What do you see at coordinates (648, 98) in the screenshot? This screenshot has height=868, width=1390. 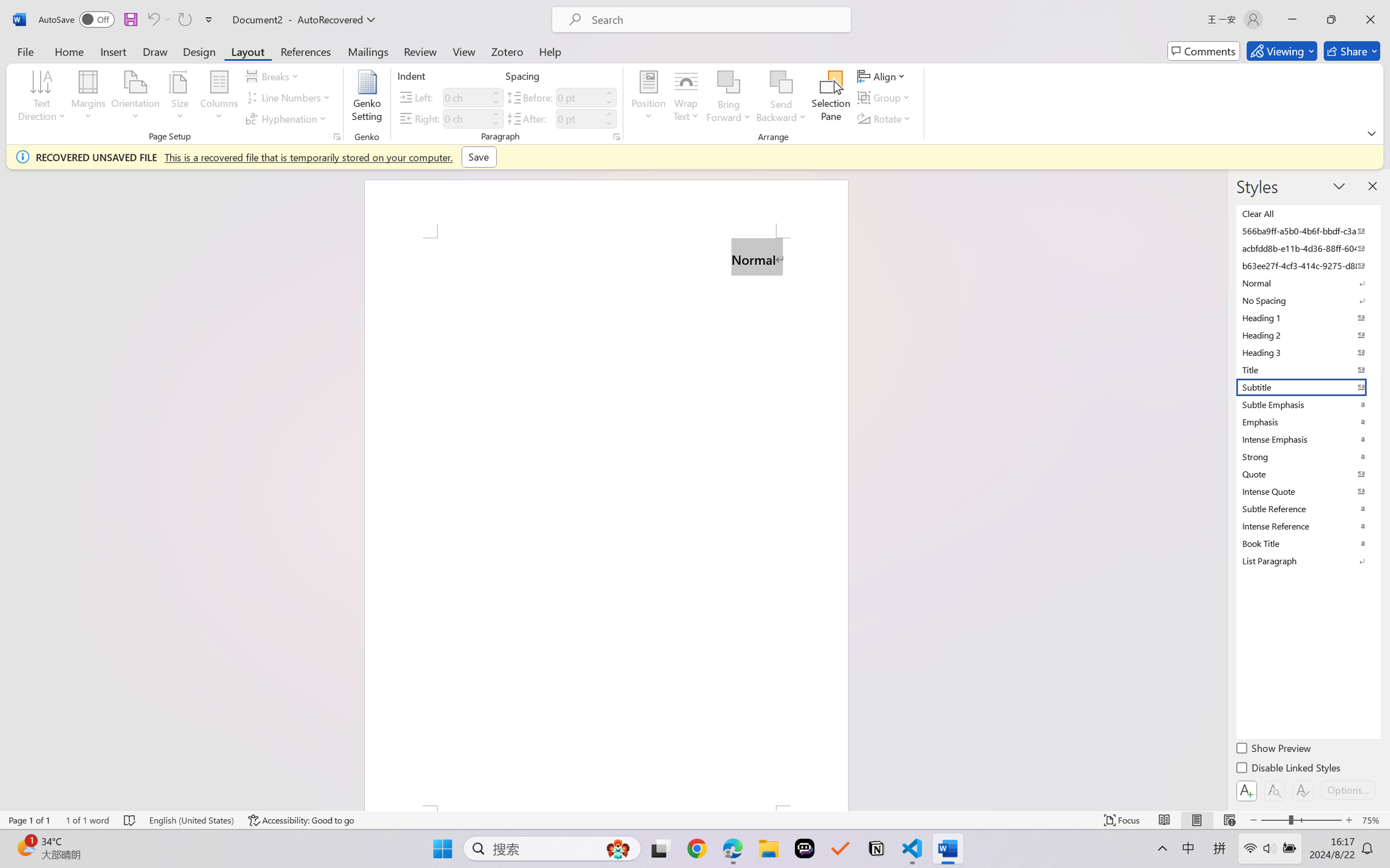 I see `'Position'` at bounding box center [648, 98].